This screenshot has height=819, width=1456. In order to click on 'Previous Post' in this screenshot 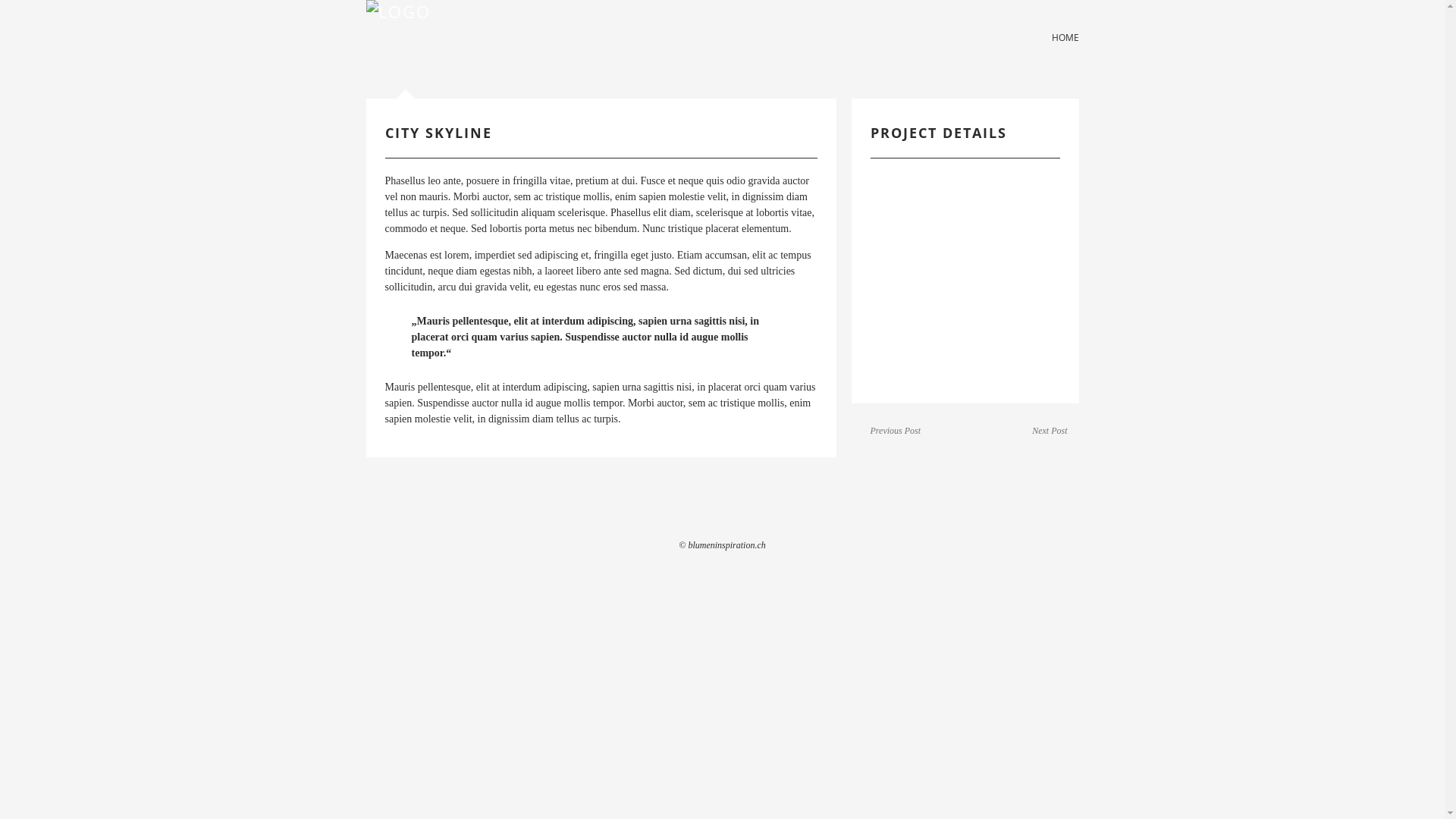, I will do `click(896, 430)`.